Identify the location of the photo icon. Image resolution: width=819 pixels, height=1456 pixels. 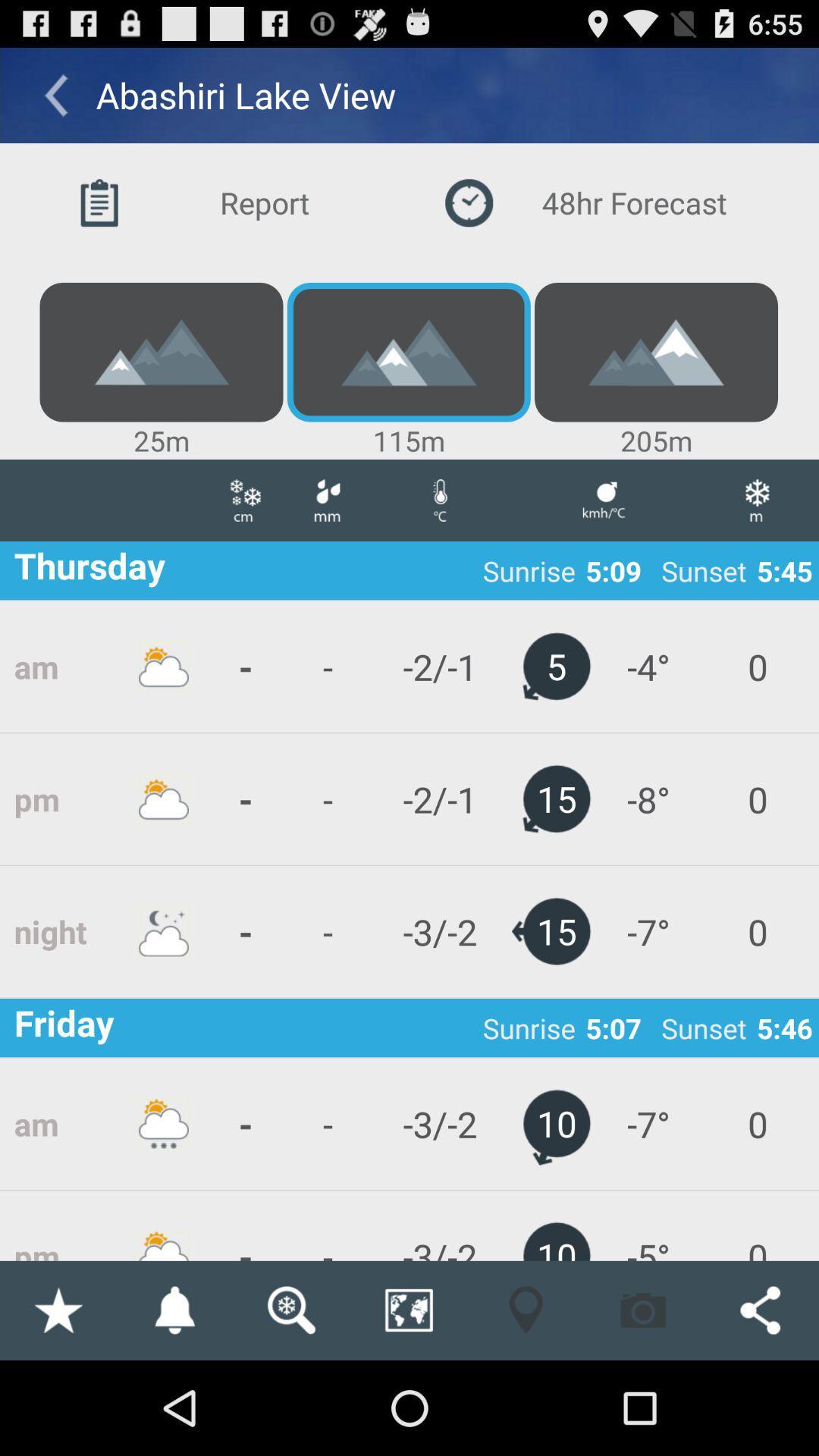
(643, 1401).